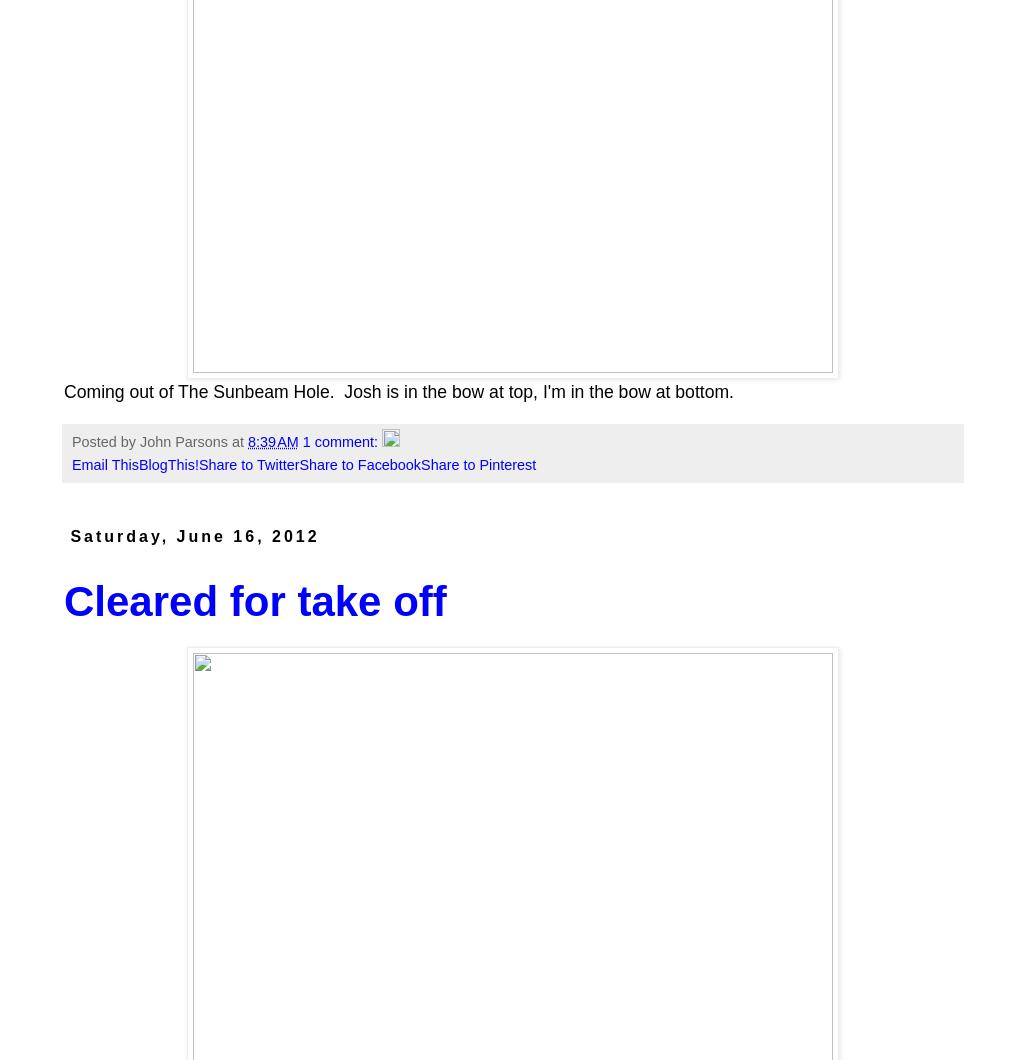 The width and height of the screenshot is (1018, 1060). I want to click on 'Share to Twitter', so click(247, 464).